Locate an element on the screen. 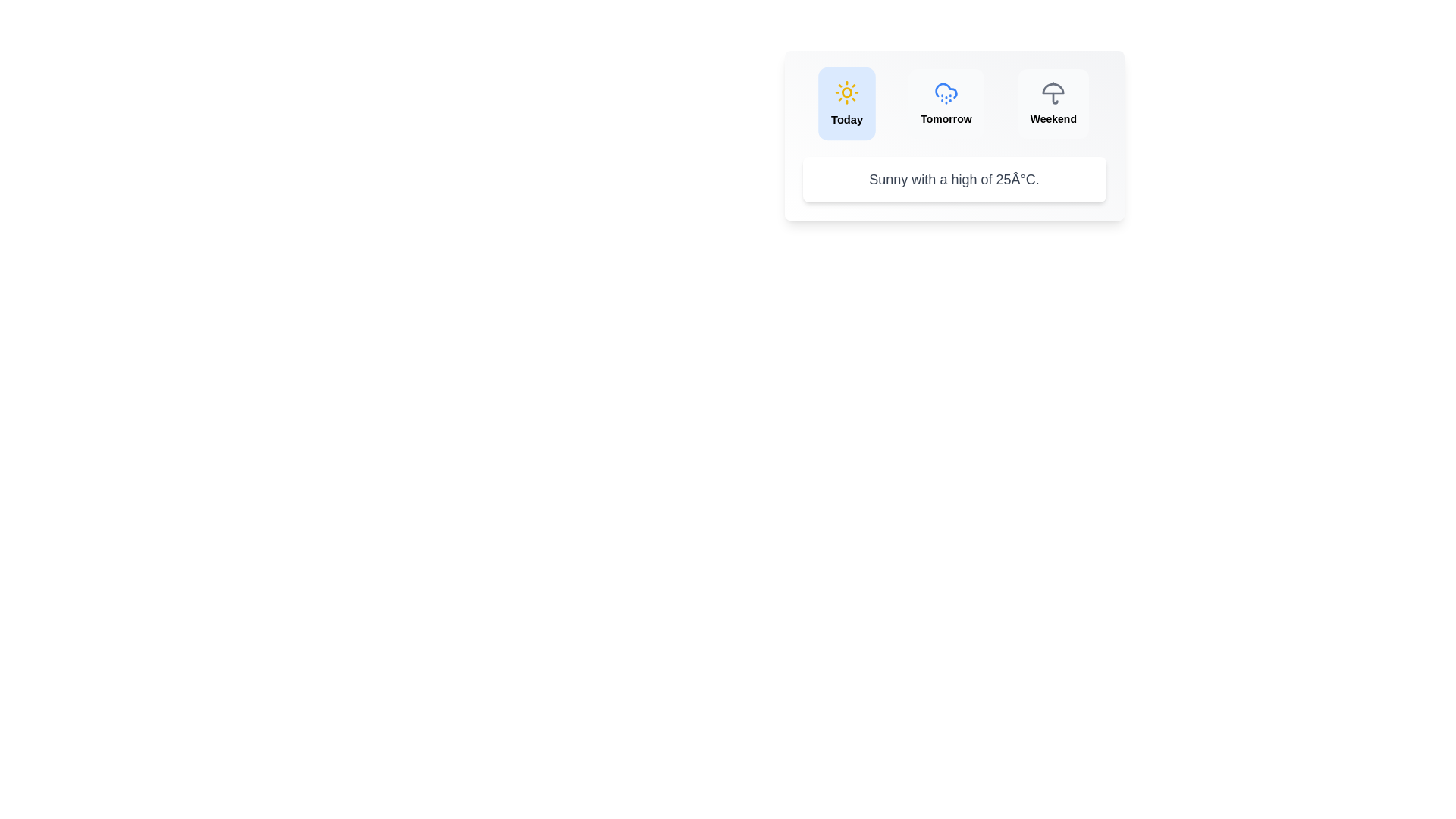 This screenshot has width=1456, height=819. the Weekend tab to view its weather forecast is located at coordinates (1052, 103).